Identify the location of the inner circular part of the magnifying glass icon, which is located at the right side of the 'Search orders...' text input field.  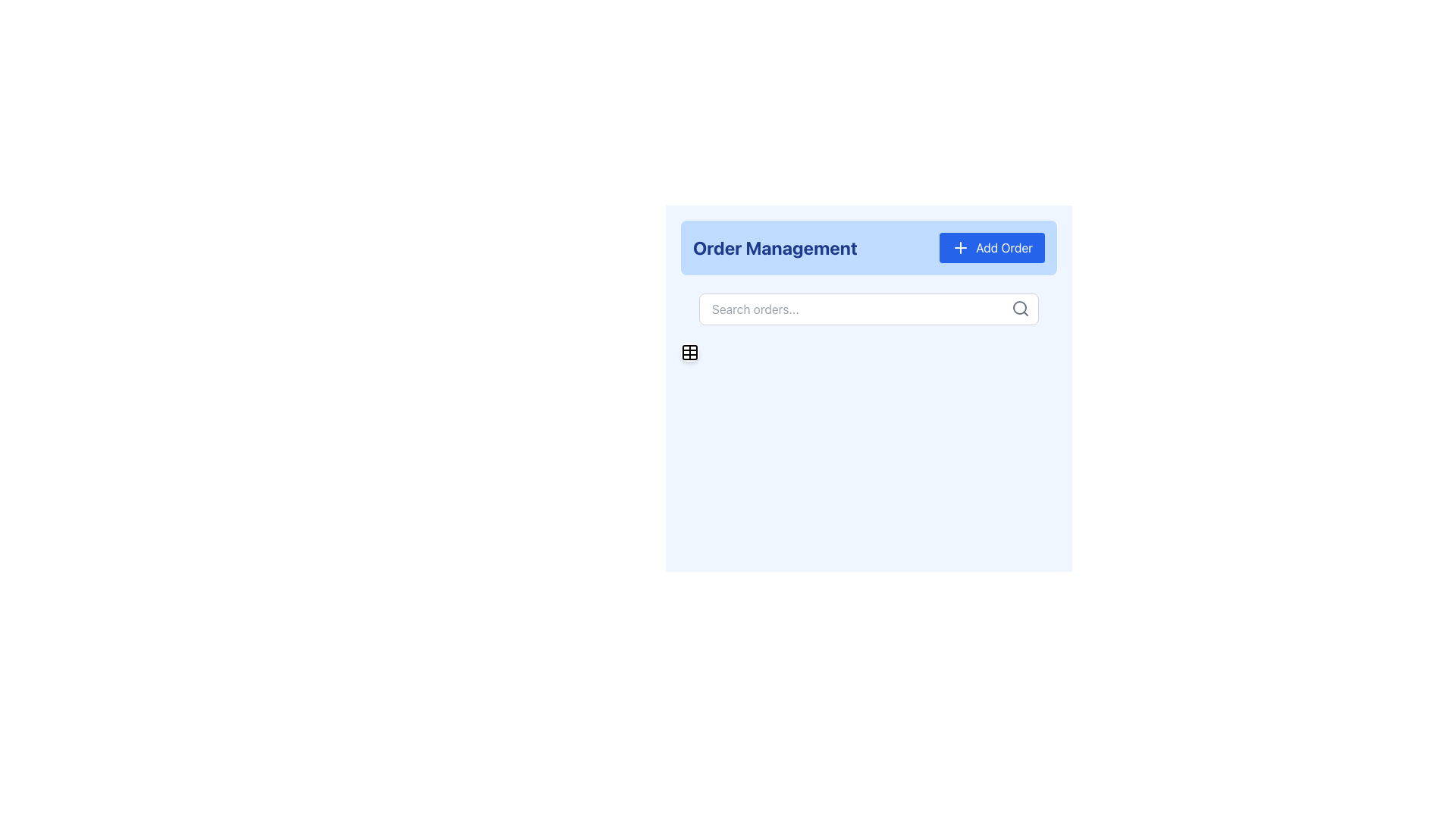
(1019, 307).